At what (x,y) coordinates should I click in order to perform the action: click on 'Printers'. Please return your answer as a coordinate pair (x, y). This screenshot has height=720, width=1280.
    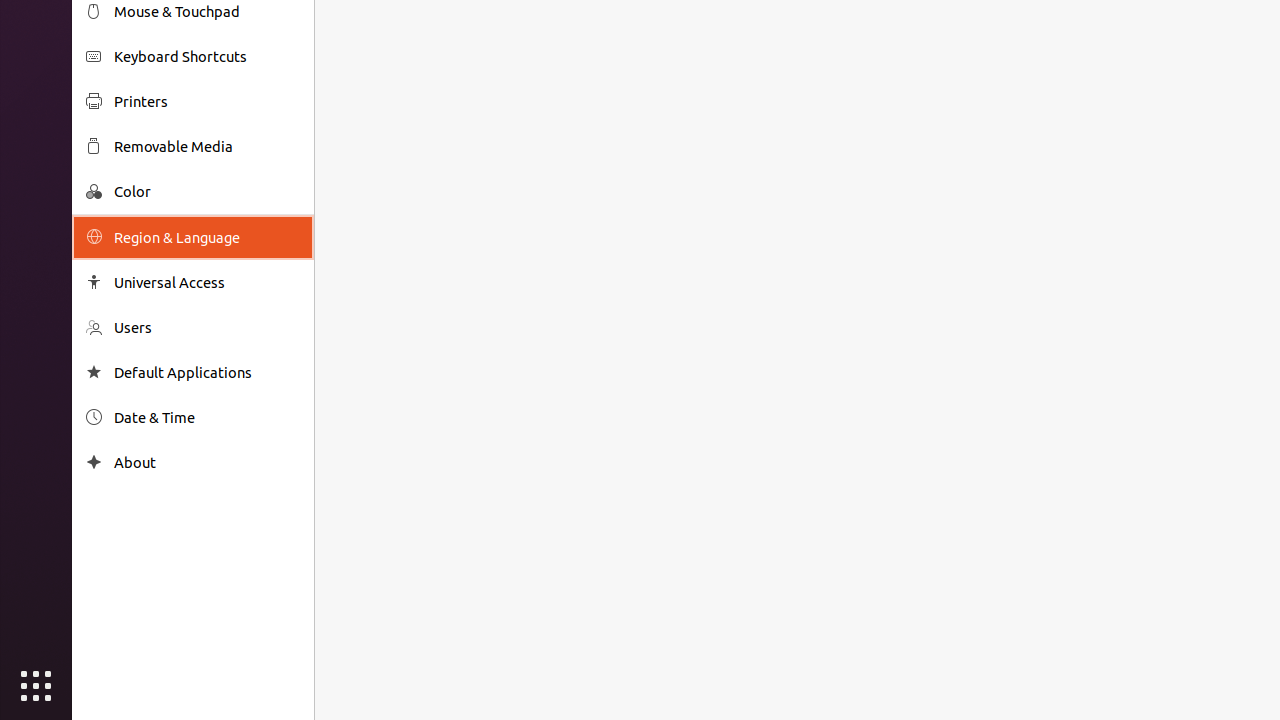
    Looking at the image, I should click on (206, 101).